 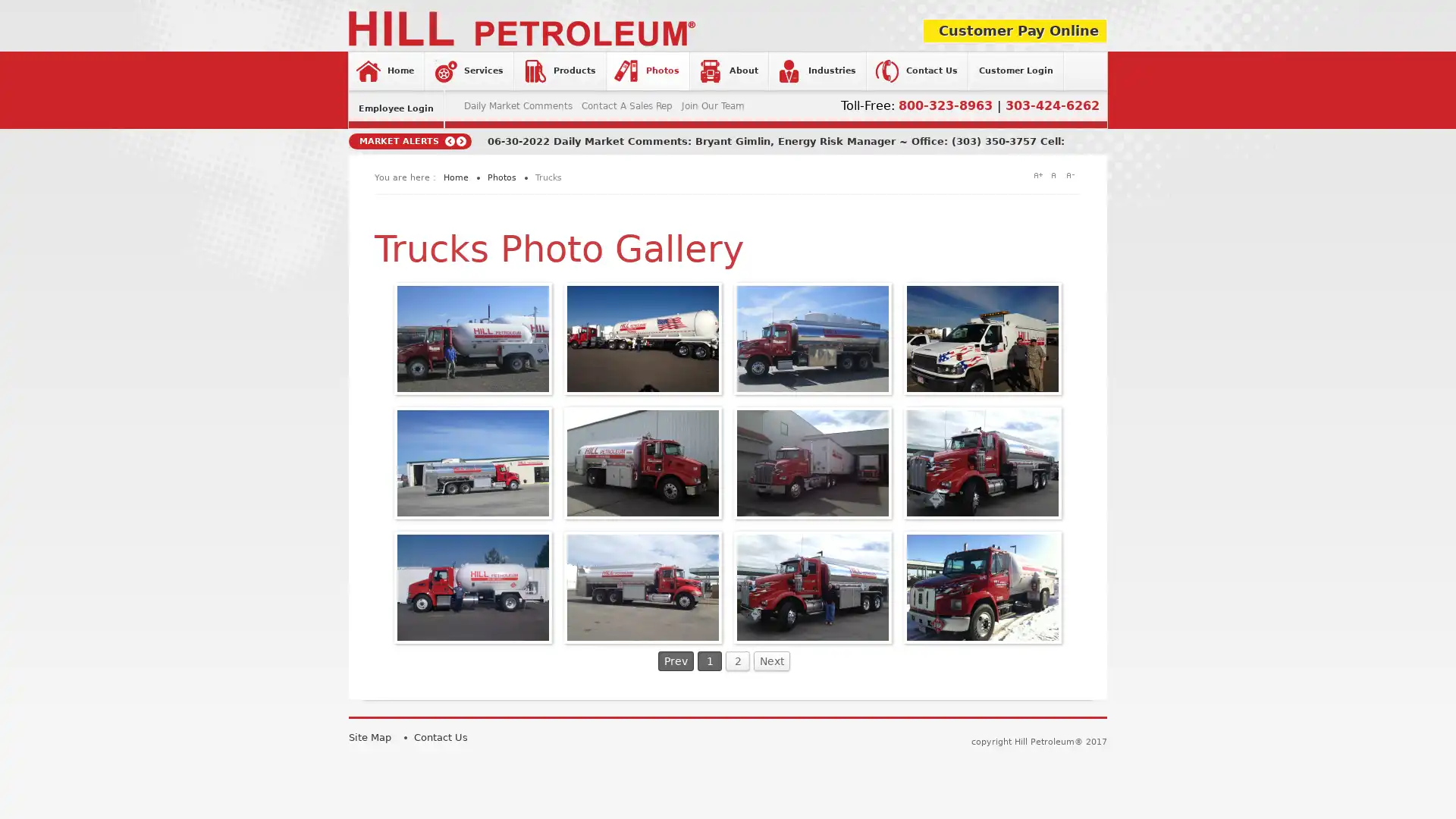 I want to click on Login, so click(x=628, y=275).